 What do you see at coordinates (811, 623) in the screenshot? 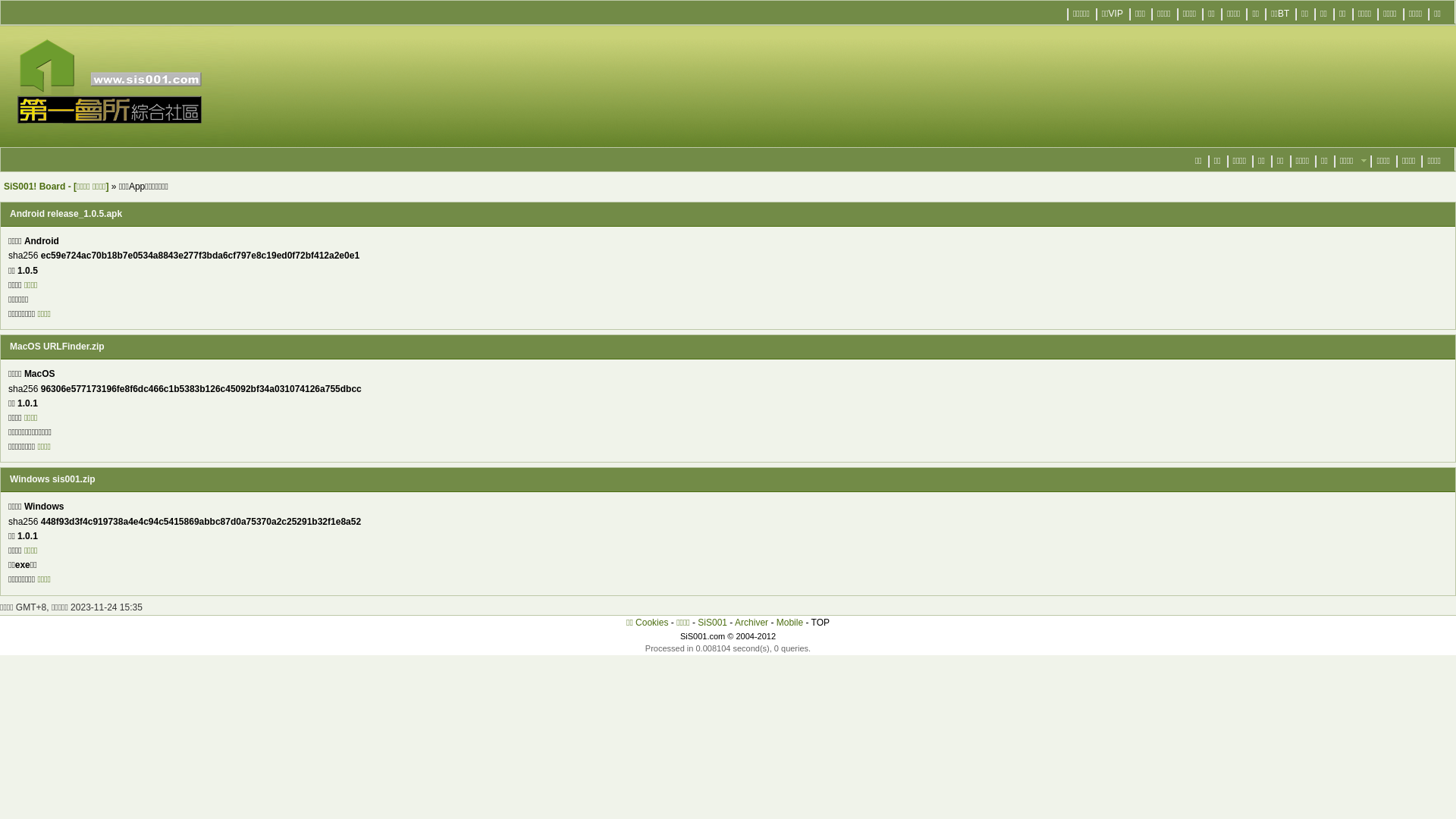
I see `'TOP'` at bounding box center [811, 623].